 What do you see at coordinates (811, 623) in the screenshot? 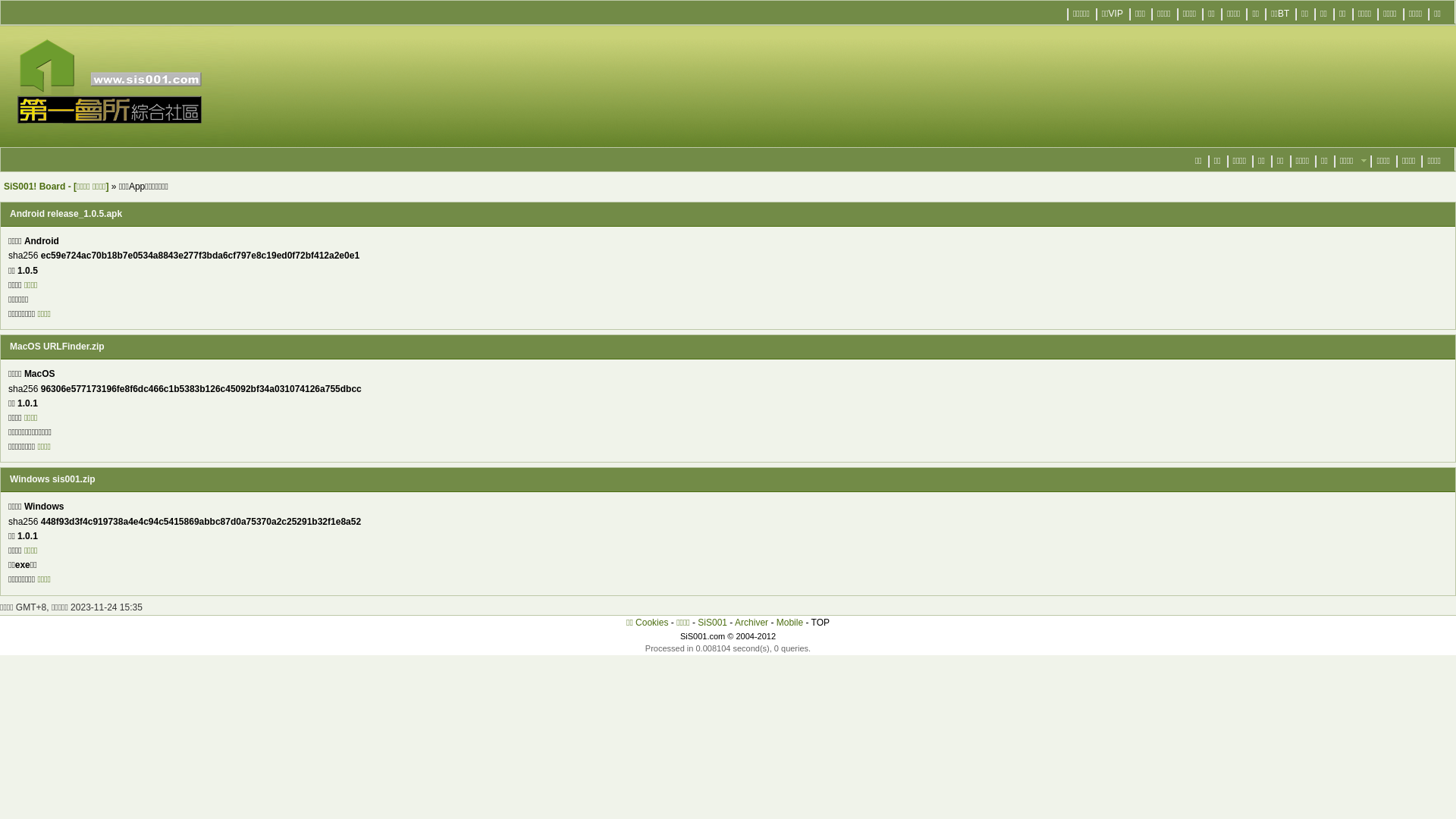
I see `'TOP'` at bounding box center [811, 623].